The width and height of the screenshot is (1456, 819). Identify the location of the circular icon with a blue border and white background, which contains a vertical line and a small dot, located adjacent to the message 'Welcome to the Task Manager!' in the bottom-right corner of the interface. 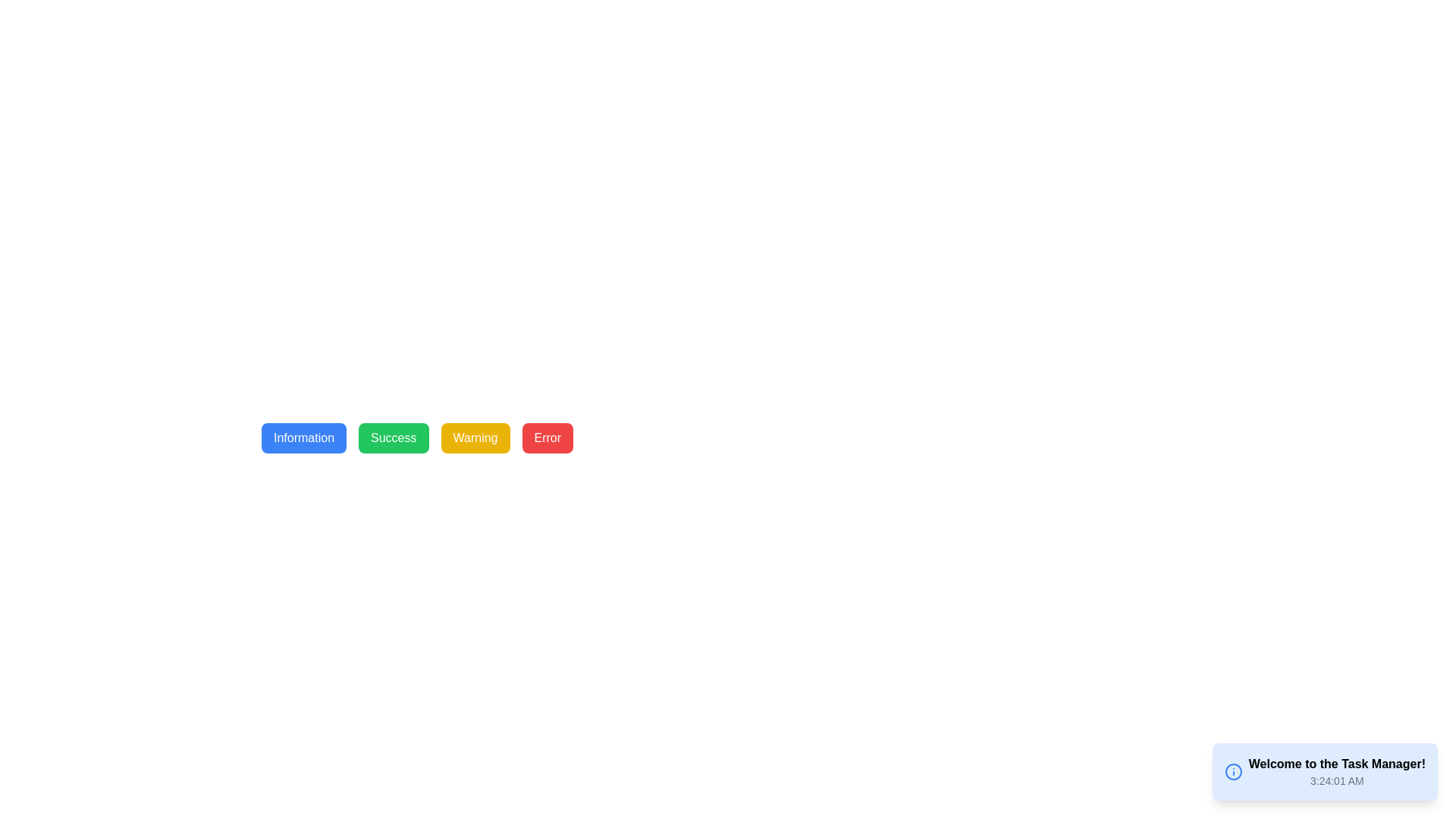
(1233, 772).